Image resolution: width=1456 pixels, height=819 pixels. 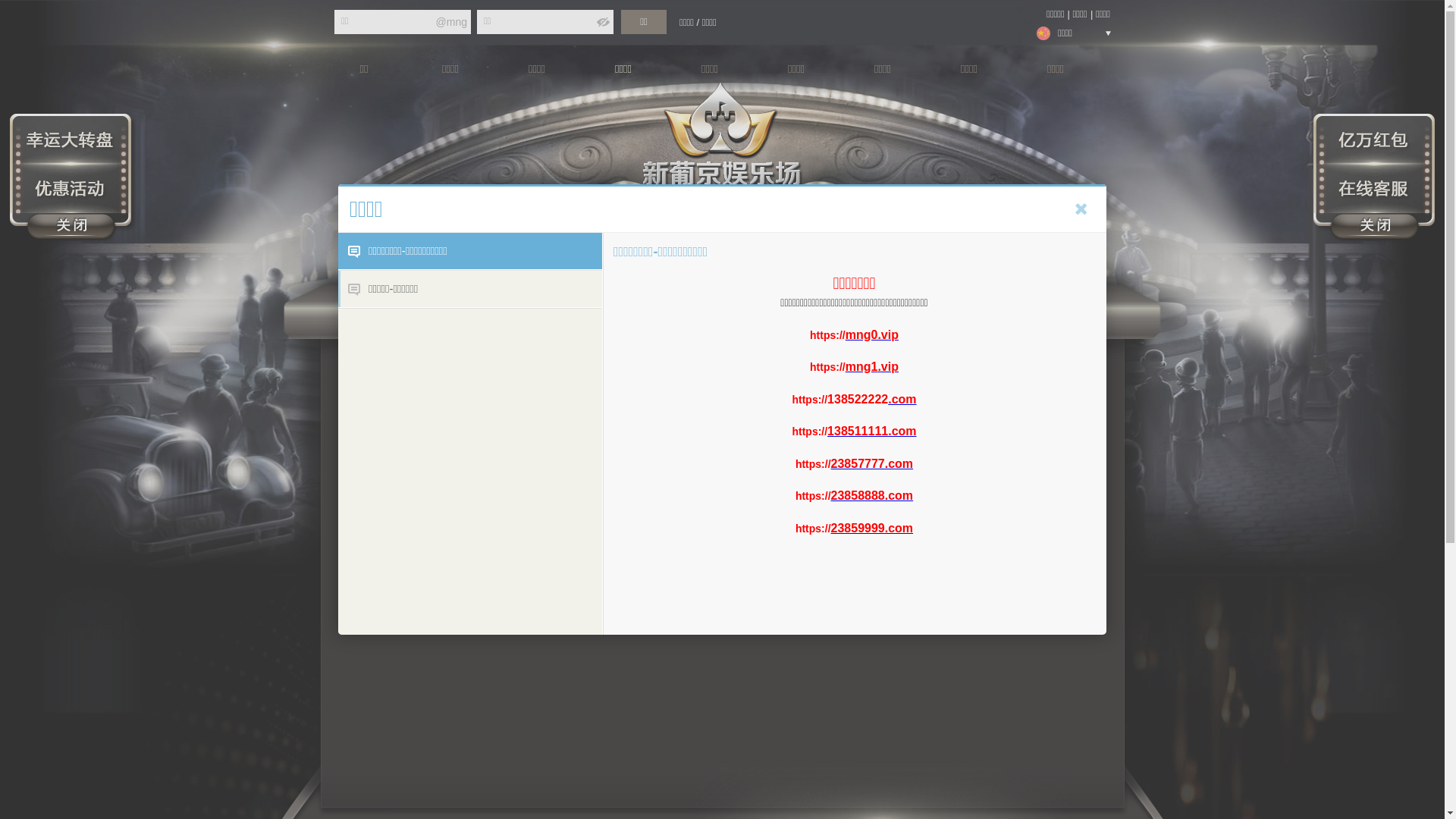 I want to click on '23859999.com', so click(x=872, y=527).